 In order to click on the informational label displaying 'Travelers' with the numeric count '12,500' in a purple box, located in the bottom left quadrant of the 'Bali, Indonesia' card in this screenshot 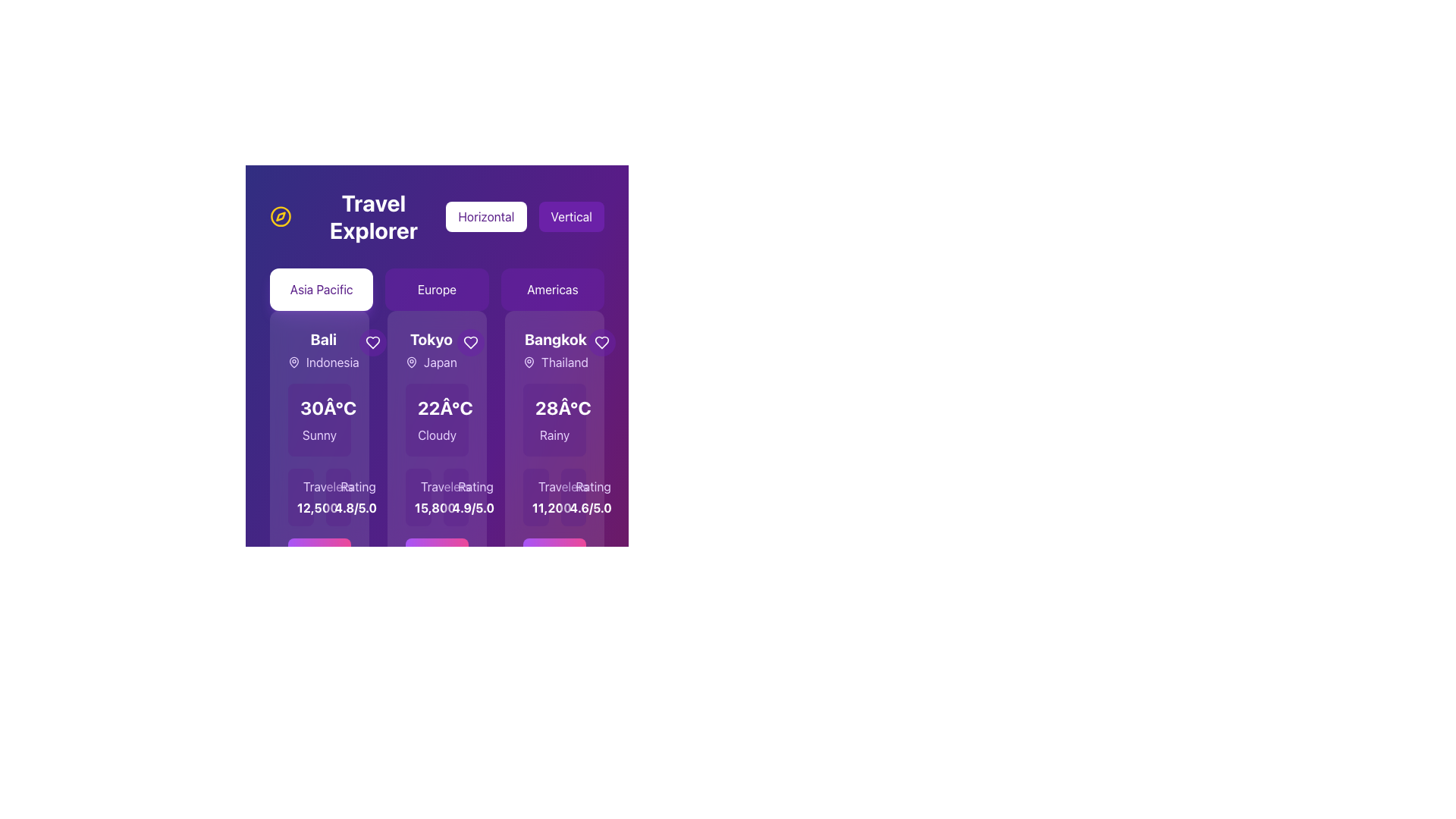, I will do `click(318, 497)`.